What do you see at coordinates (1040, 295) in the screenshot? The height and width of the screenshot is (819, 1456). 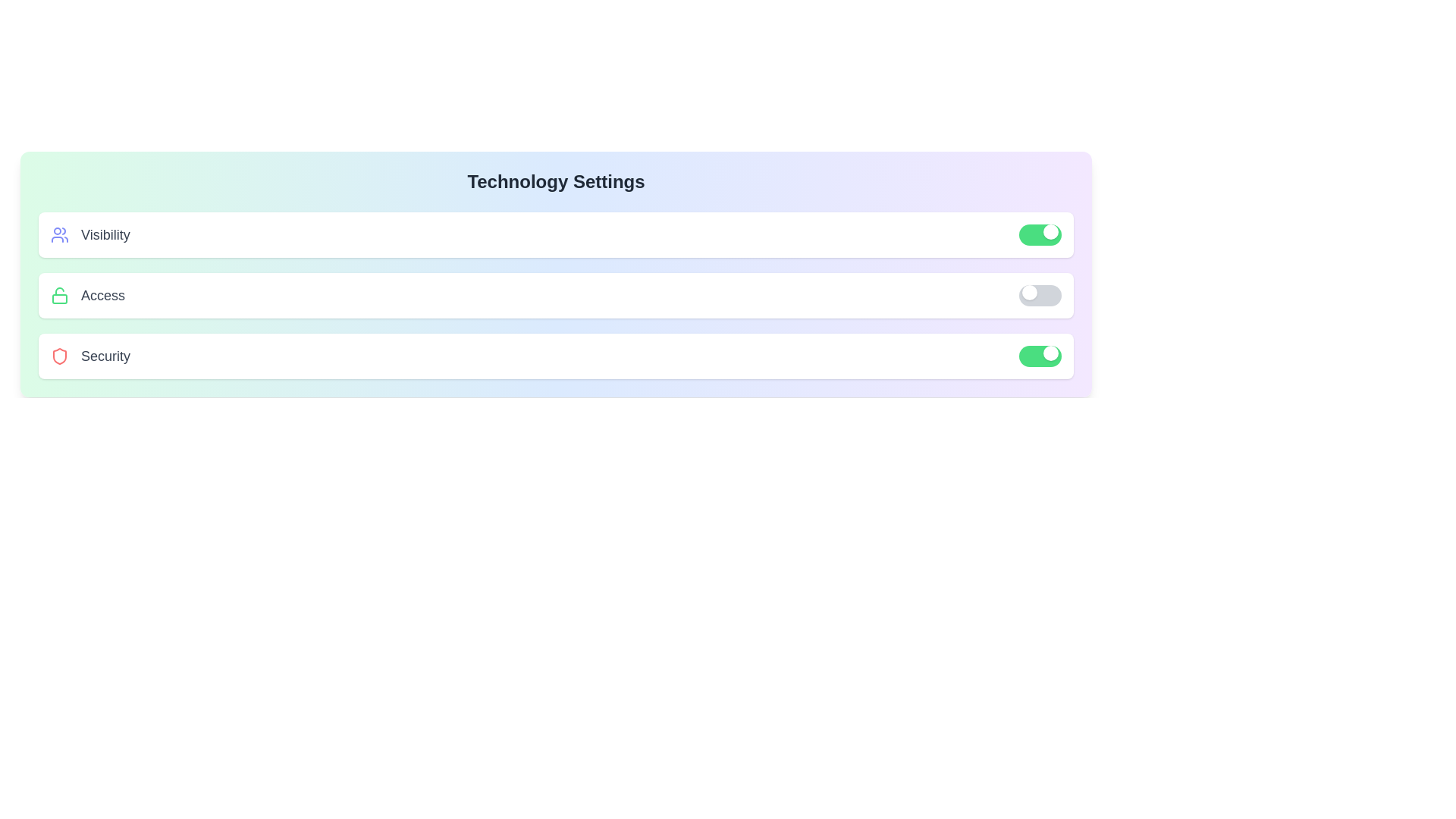 I see `toggle switch for access to change its state` at bounding box center [1040, 295].